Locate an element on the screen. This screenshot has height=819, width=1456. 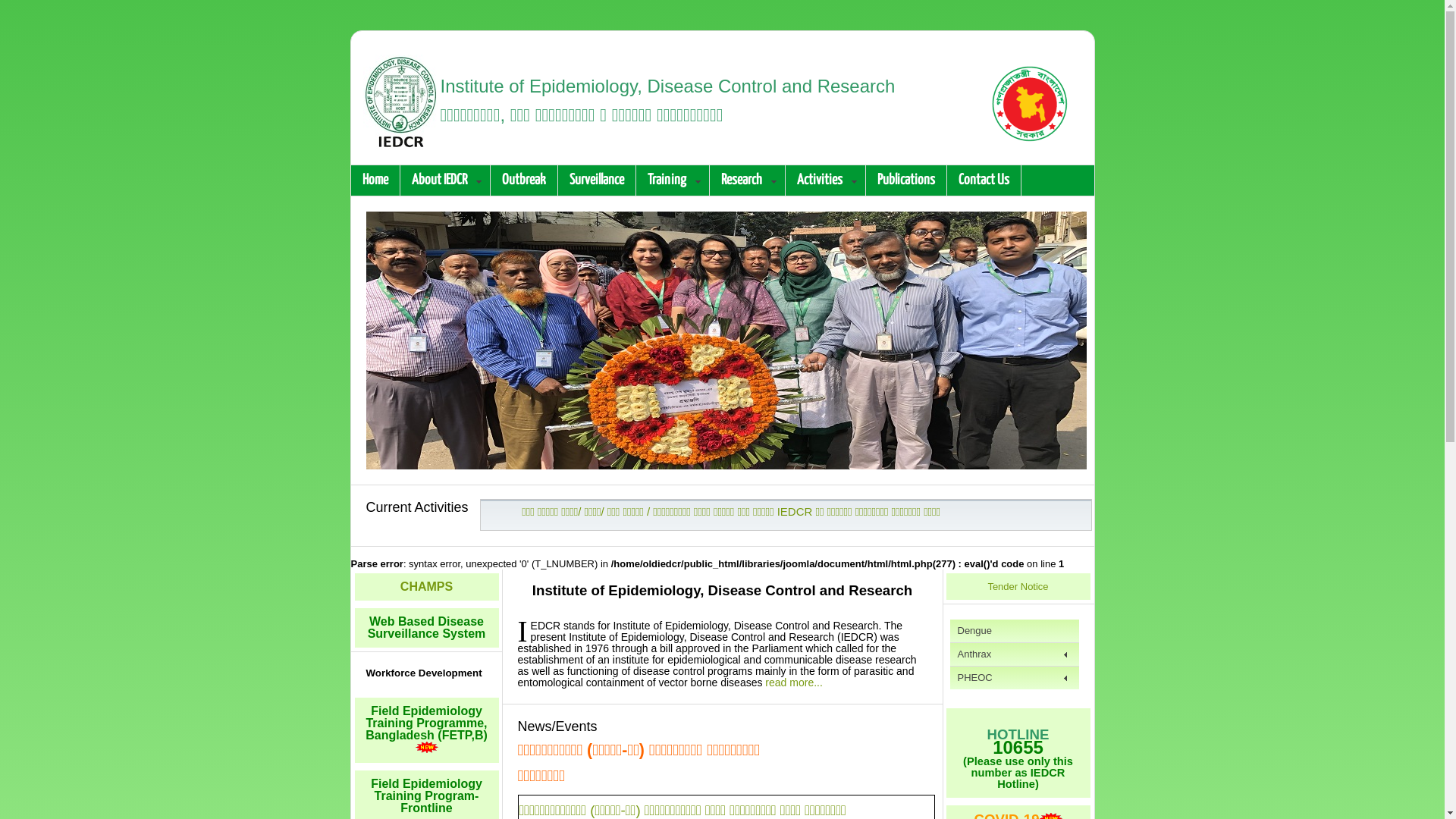
'CHAMPS' is located at coordinates (425, 585).